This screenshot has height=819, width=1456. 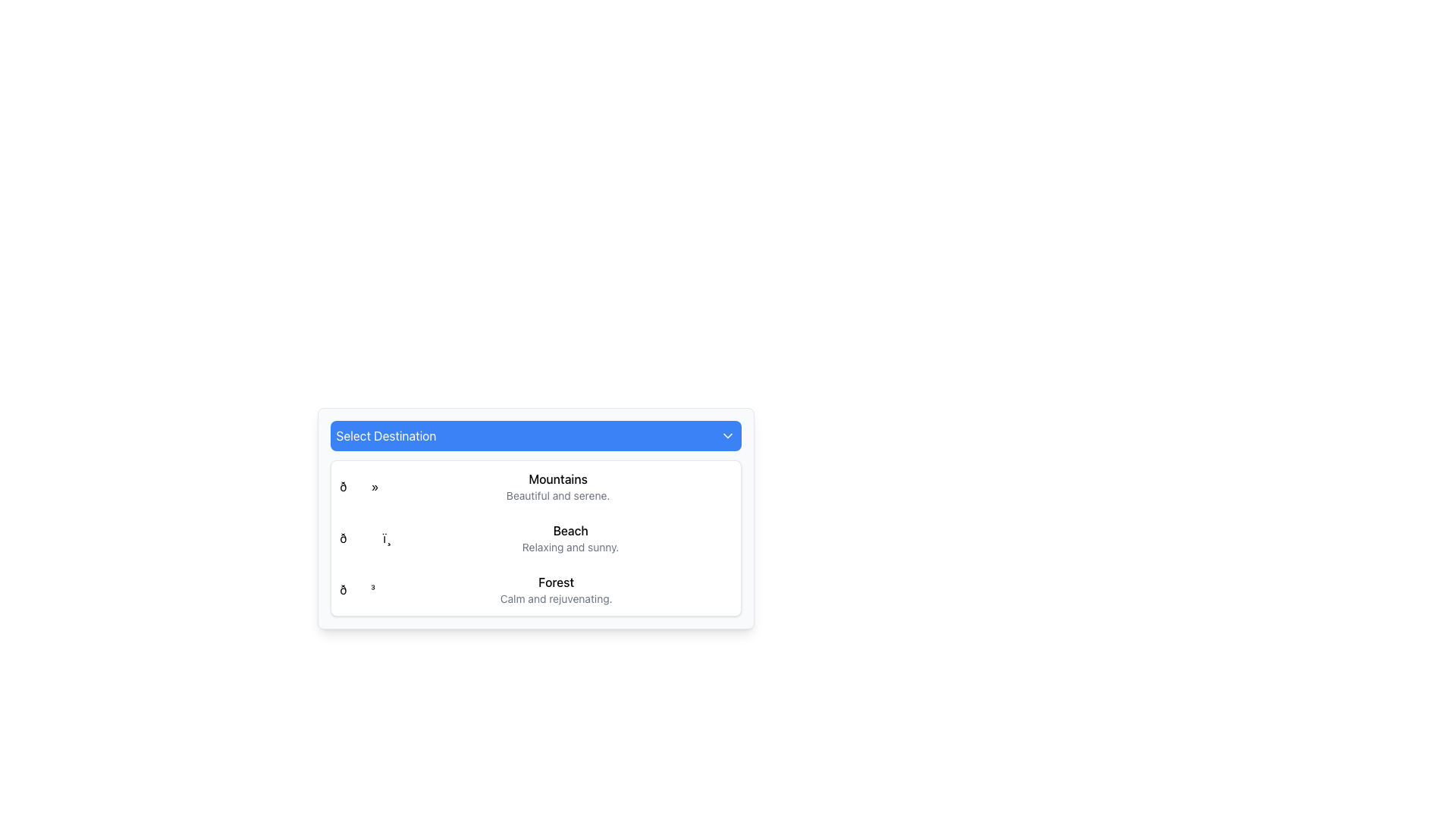 I want to click on descriptive text element located beneath the heading 'Forest' in the dropdown menu, which serves to provide additional context about the destination, so click(x=555, y=598).